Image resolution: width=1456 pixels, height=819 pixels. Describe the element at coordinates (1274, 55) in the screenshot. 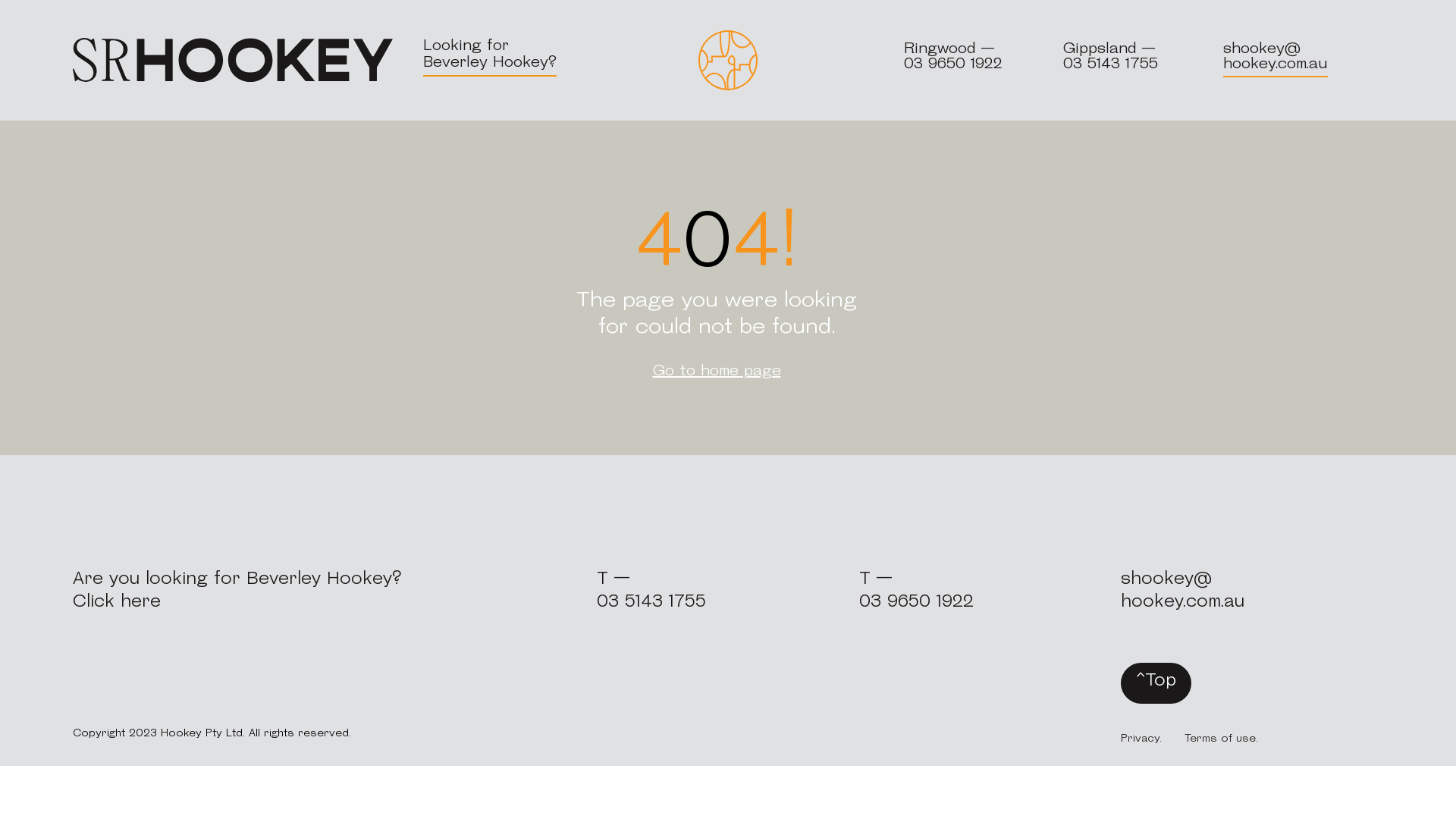

I see `'shookey@` at that location.